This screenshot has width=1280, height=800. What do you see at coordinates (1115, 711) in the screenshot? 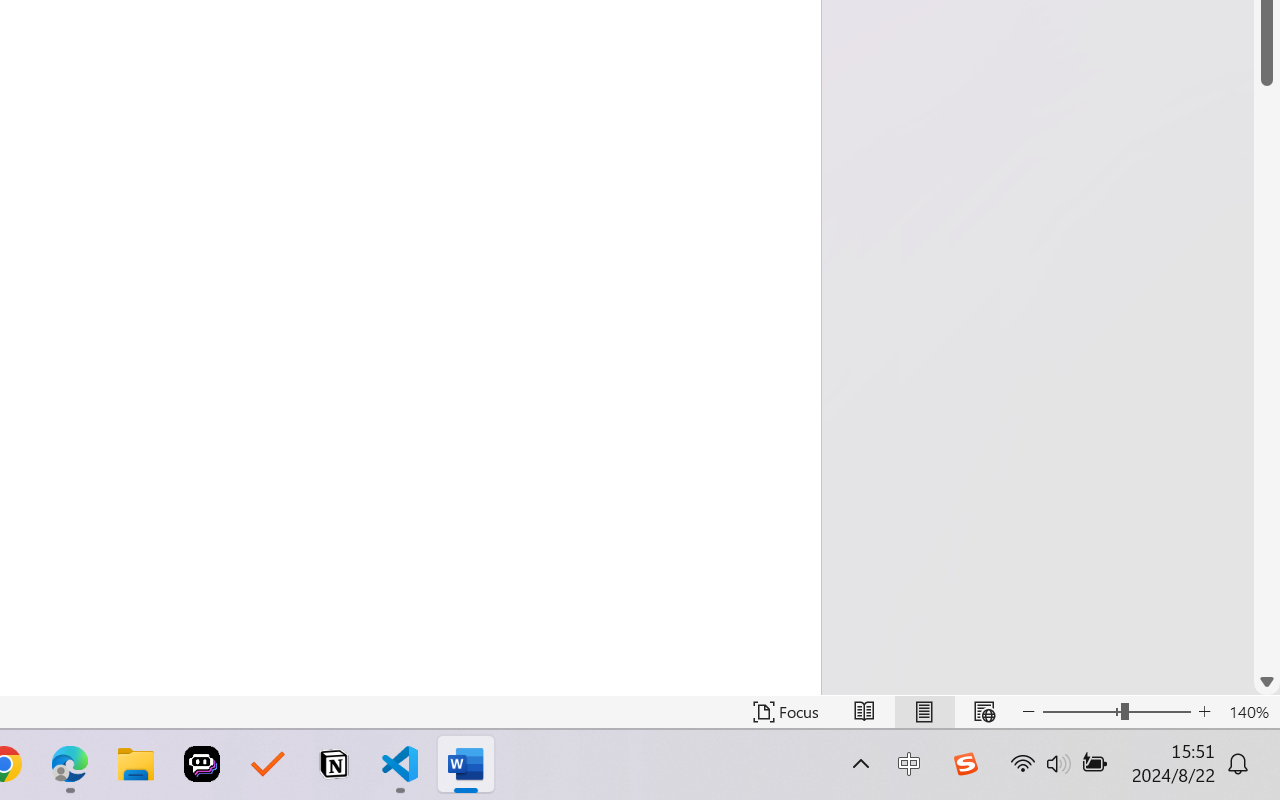
I see `'Zoom'` at bounding box center [1115, 711].